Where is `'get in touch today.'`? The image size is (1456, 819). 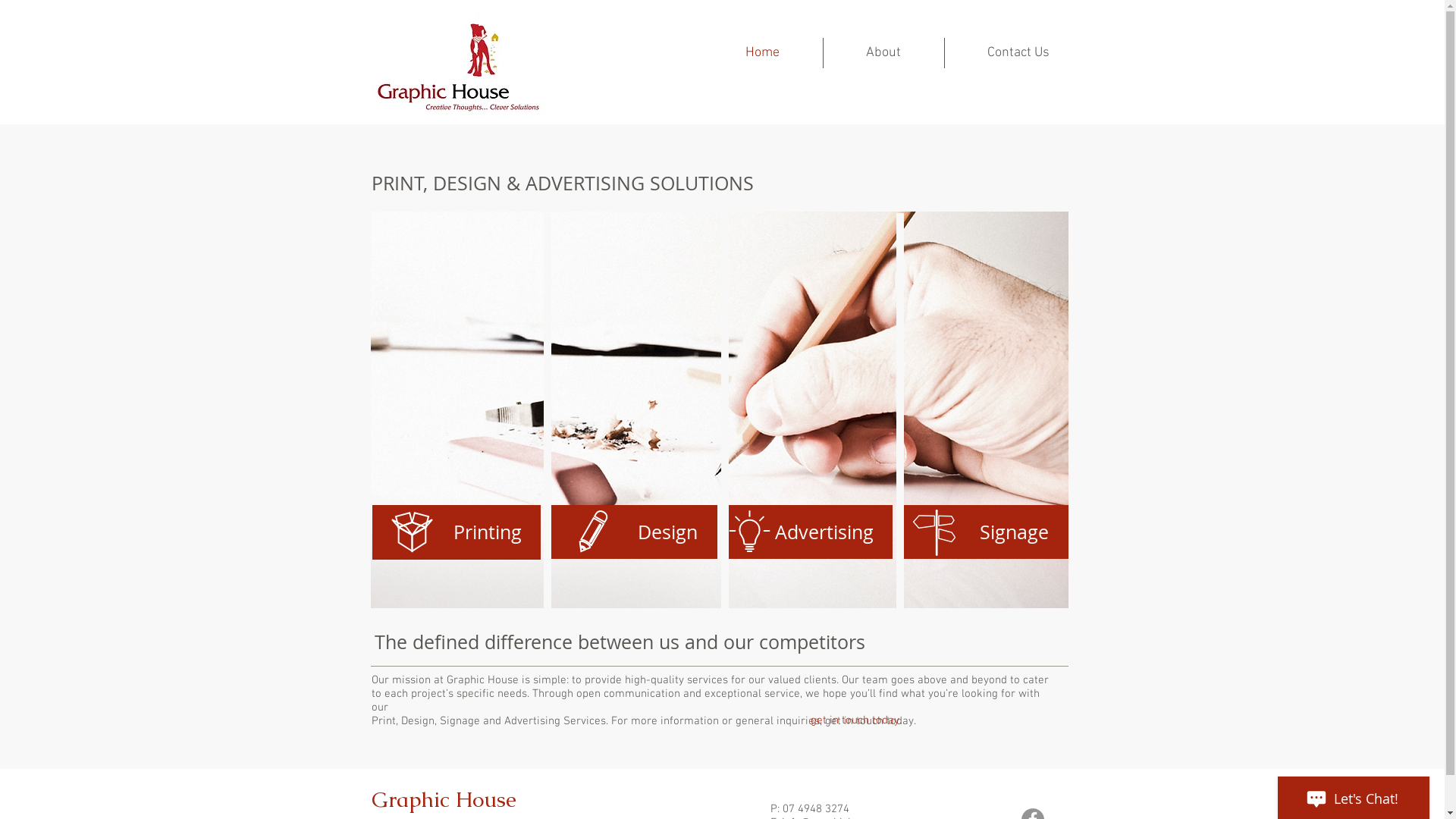 'get in touch today.' is located at coordinates (855, 720).